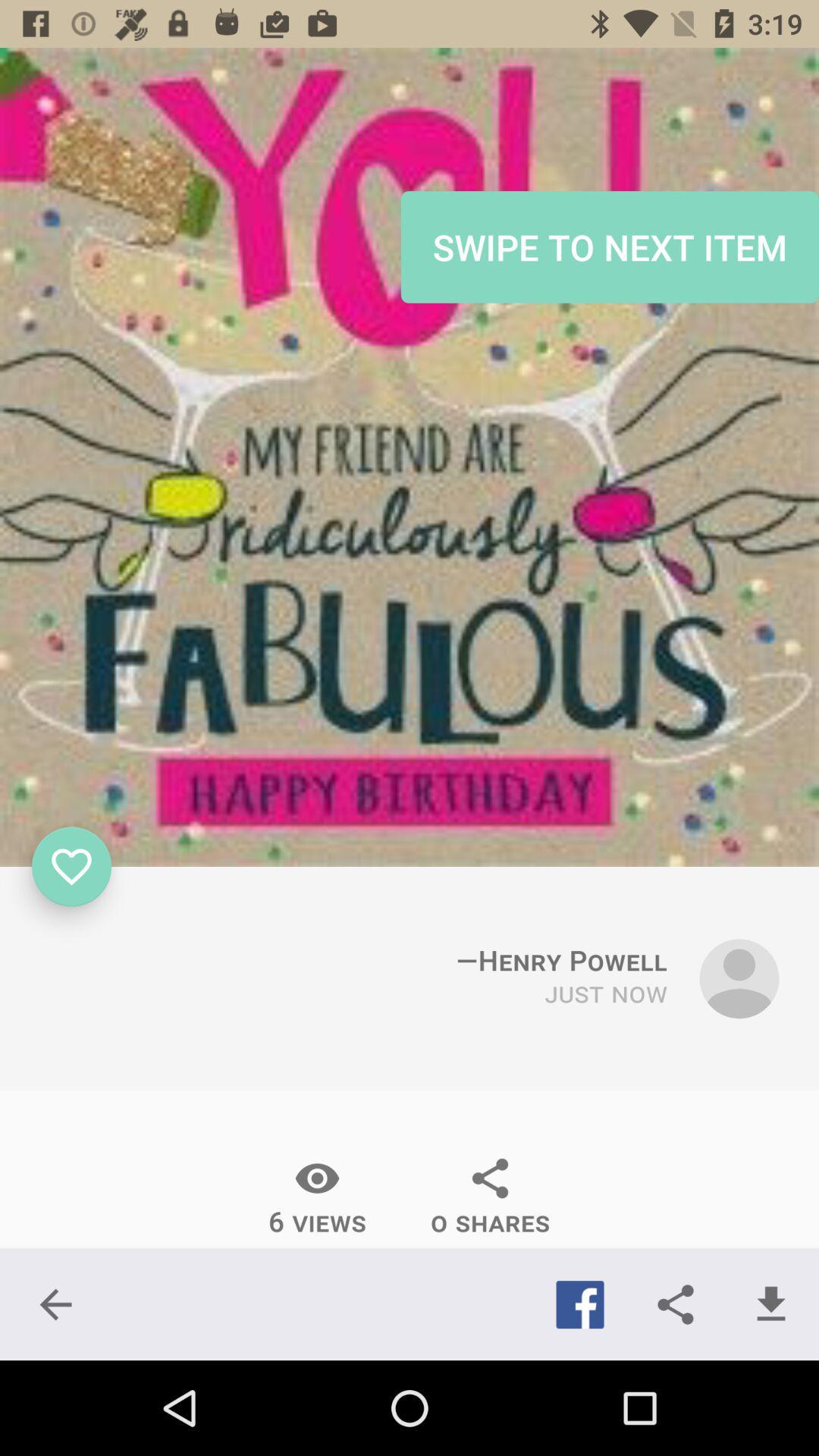 This screenshot has height=1456, width=819. What do you see at coordinates (739, 979) in the screenshot?
I see `people icon` at bounding box center [739, 979].